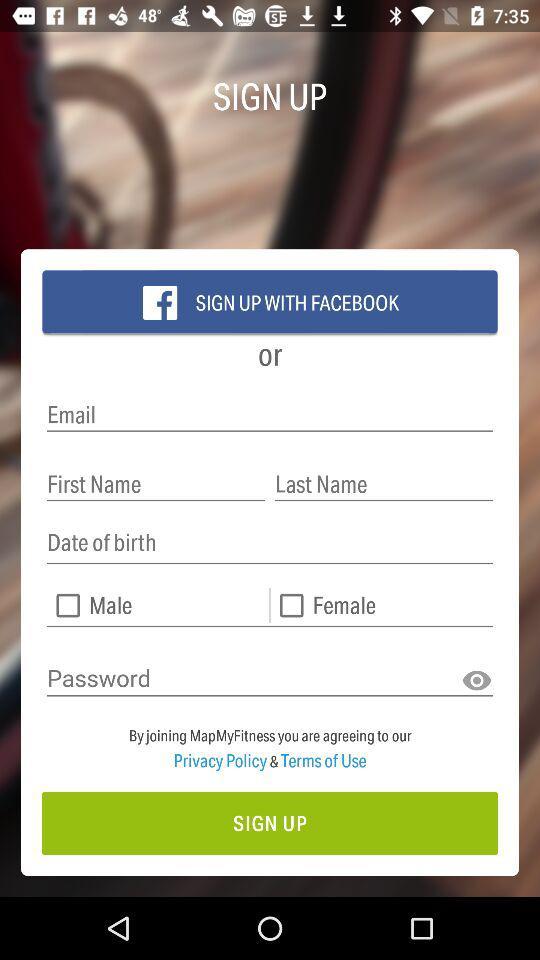 This screenshot has width=540, height=960. What do you see at coordinates (157, 604) in the screenshot?
I see `the check box male which is before checkbox female on the page` at bounding box center [157, 604].